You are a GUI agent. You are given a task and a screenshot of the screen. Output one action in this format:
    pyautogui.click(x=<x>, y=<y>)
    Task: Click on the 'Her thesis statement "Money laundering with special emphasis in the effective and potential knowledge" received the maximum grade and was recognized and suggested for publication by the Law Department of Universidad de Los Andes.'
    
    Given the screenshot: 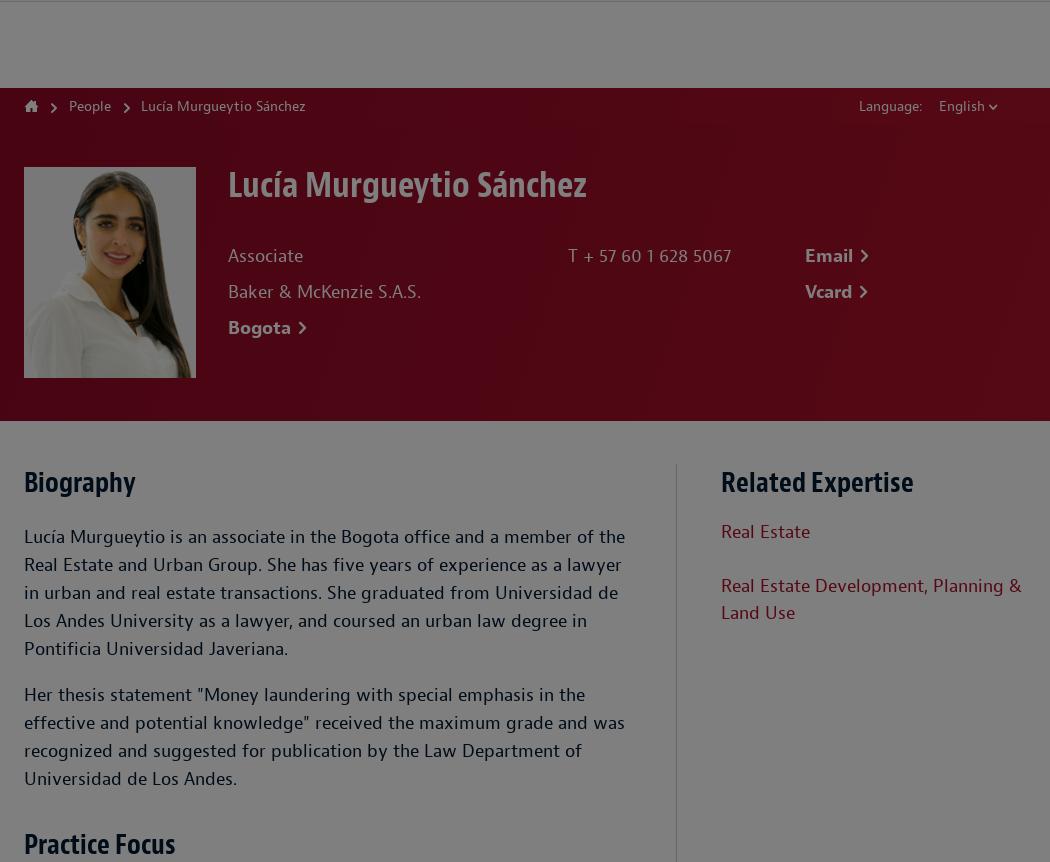 What is the action you would take?
    pyautogui.click(x=24, y=737)
    